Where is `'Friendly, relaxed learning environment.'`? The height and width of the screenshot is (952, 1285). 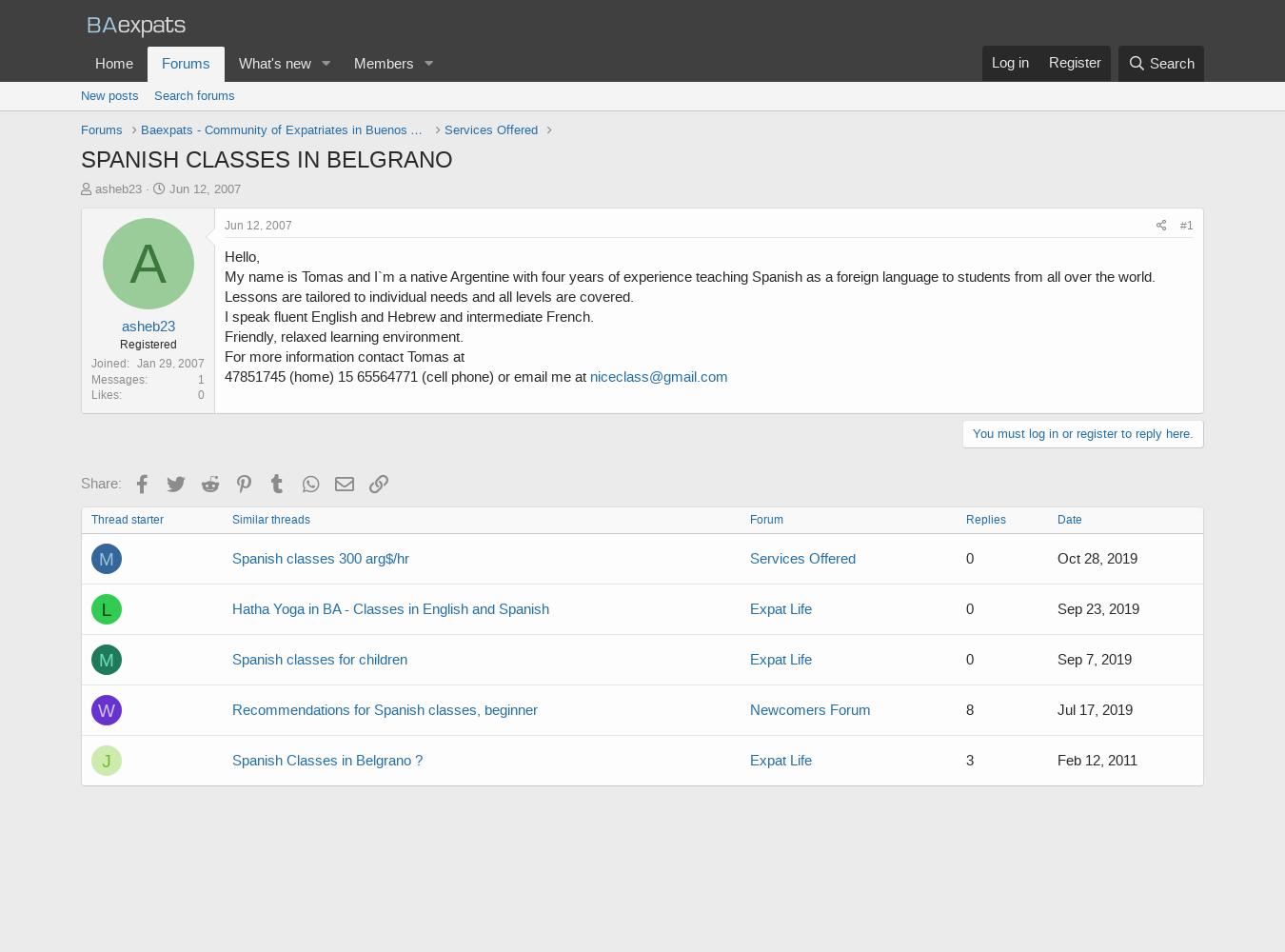
'Friendly, relaxed learning environment.' is located at coordinates (344, 336).